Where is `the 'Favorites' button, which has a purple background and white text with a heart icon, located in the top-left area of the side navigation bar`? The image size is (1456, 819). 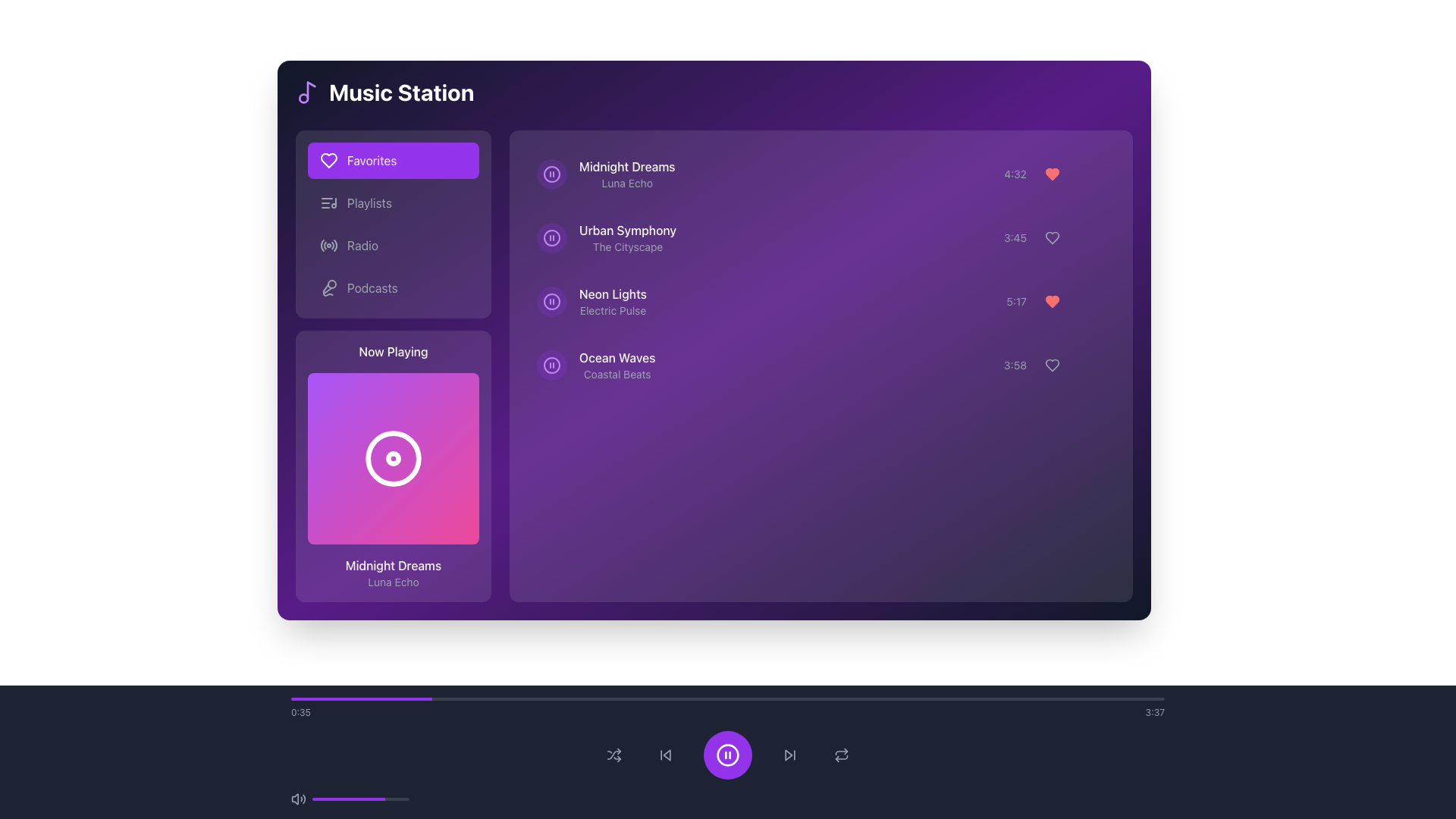
the 'Favorites' button, which has a purple background and white text with a heart icon, located in the top-left area of the side navigation bar is located at coordinates (393, 161).